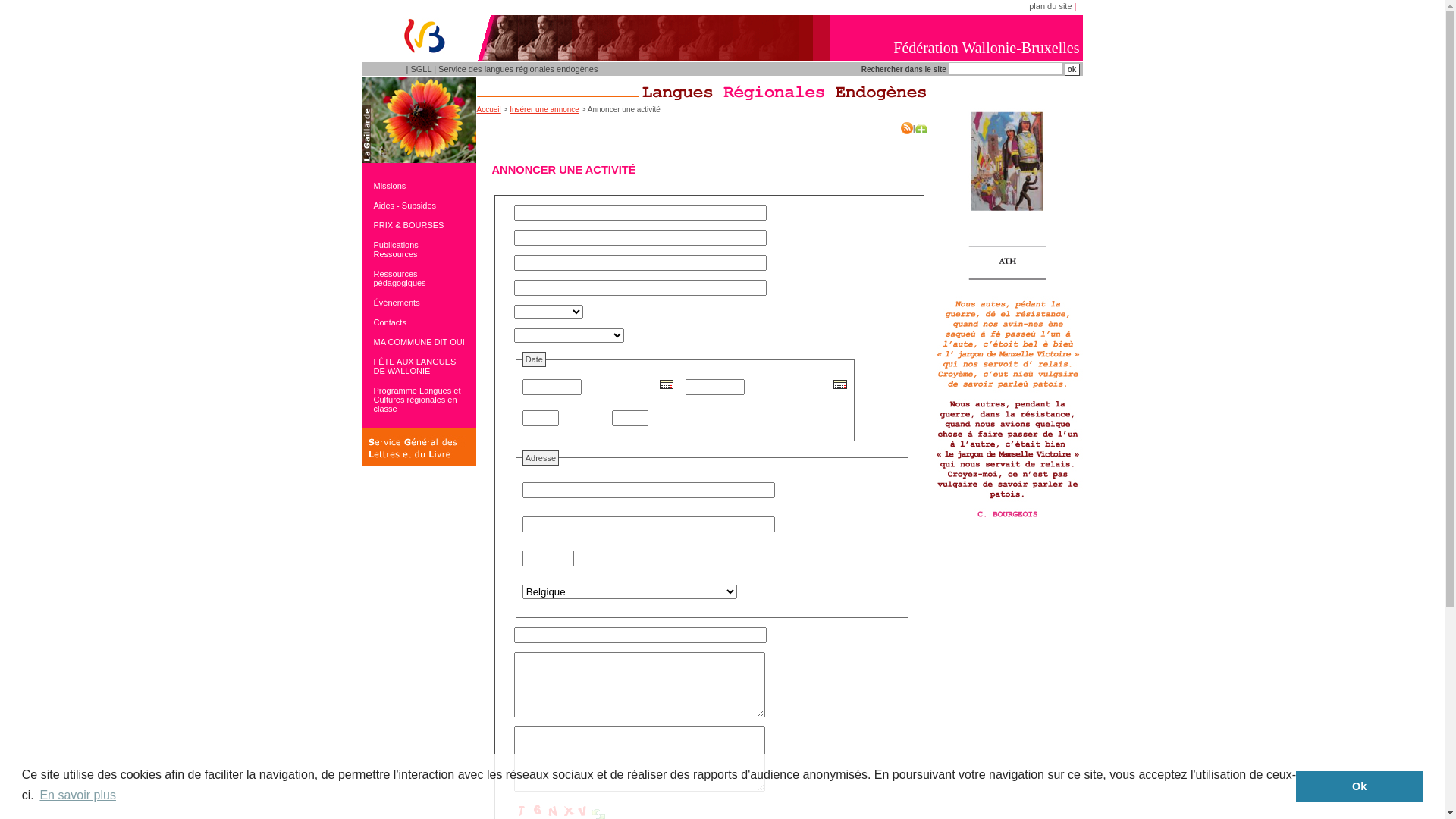 Image resolution: width=1456 pixels, height=819 pixels. What do you see at coordinates (1359, 786) in the screenshot?
I see `'Ok'` at bounding box center [1359, 786].